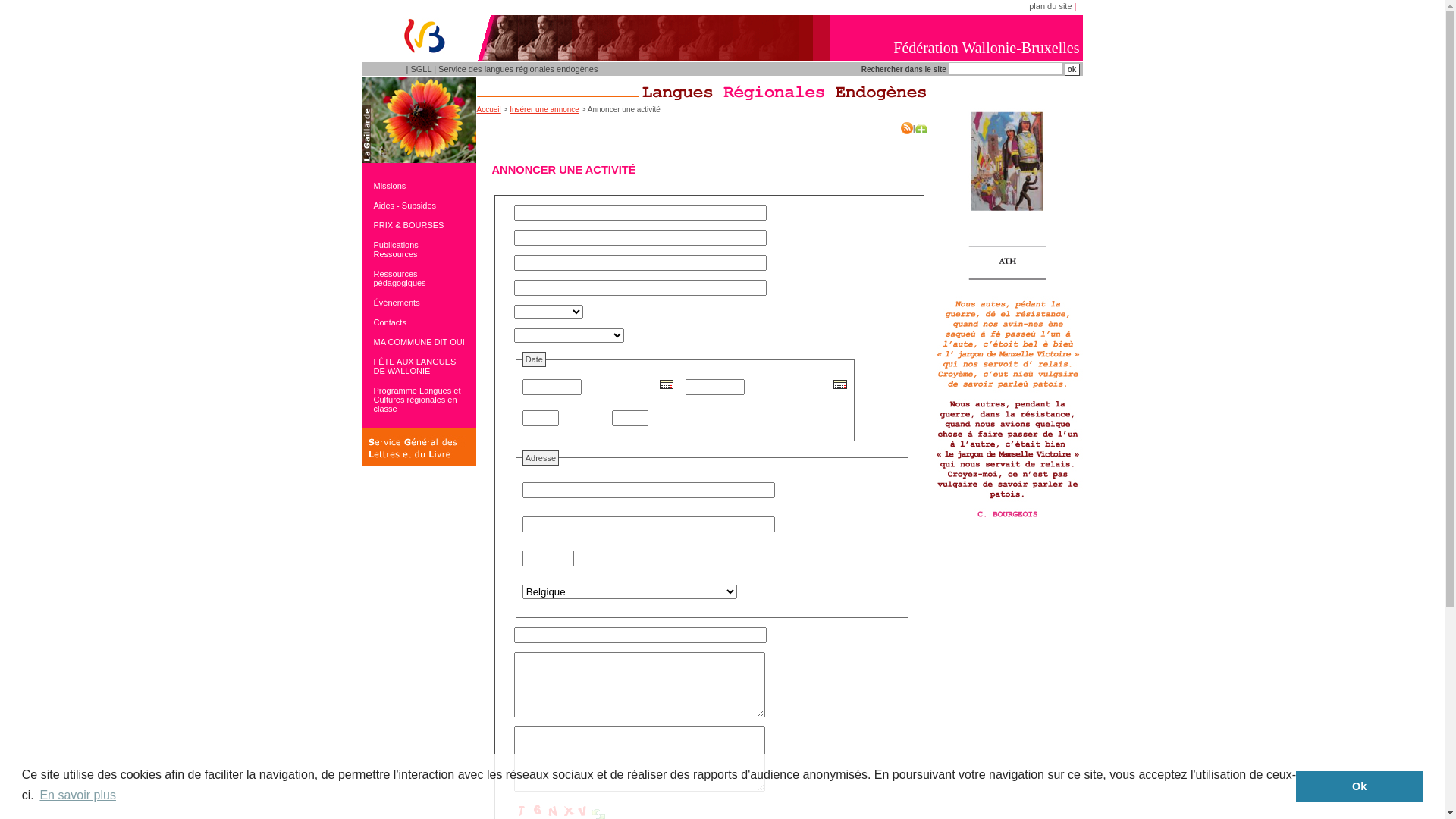 Image resolution: width=1456 pixels, height=819 pixels. What do you see at coordinates (1359, 786) in the screenshot?
I see `'Ok'` at bounding box center [1359, 786].